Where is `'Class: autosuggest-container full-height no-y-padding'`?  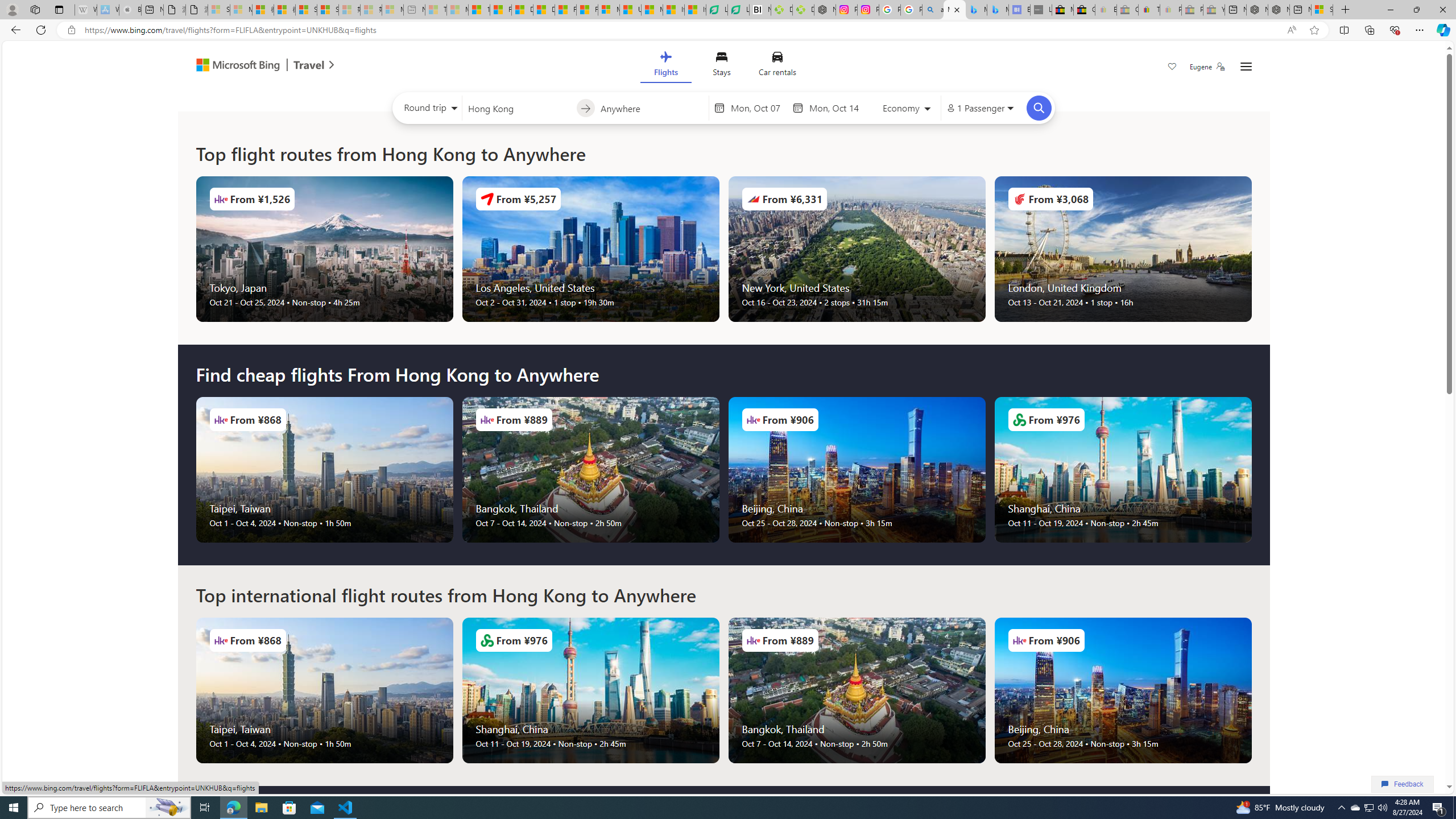 'Class: autosuggest-container full-height no-y-padding' is located at coordinates (651, 107).